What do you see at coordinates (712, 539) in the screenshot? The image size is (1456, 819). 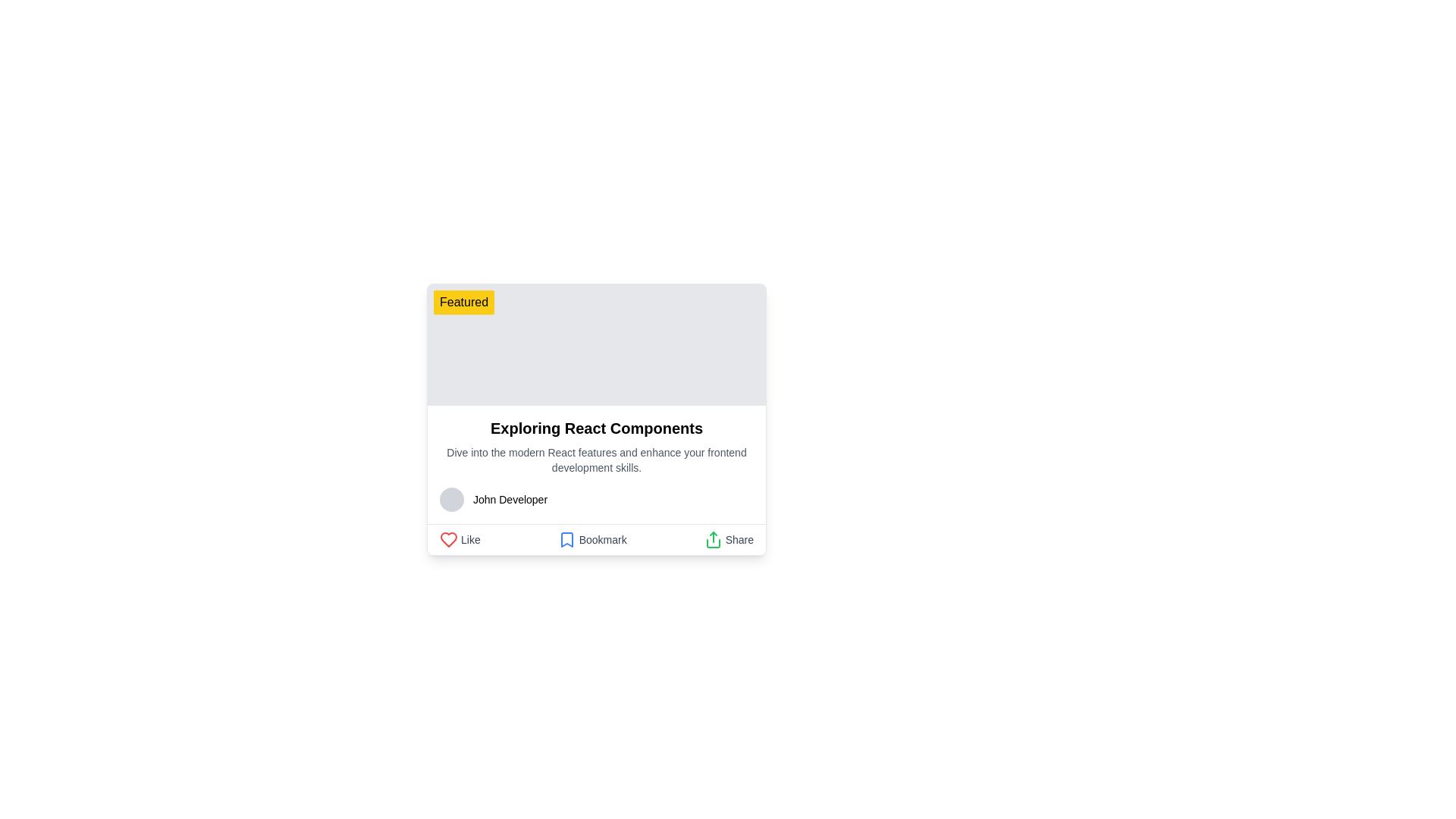 I see `the 'Share' icon, which is a green upward arrow icon located in the bottom-right corner of a card-like interface, to initiate a sharing action` at bounding box center [712, 539].